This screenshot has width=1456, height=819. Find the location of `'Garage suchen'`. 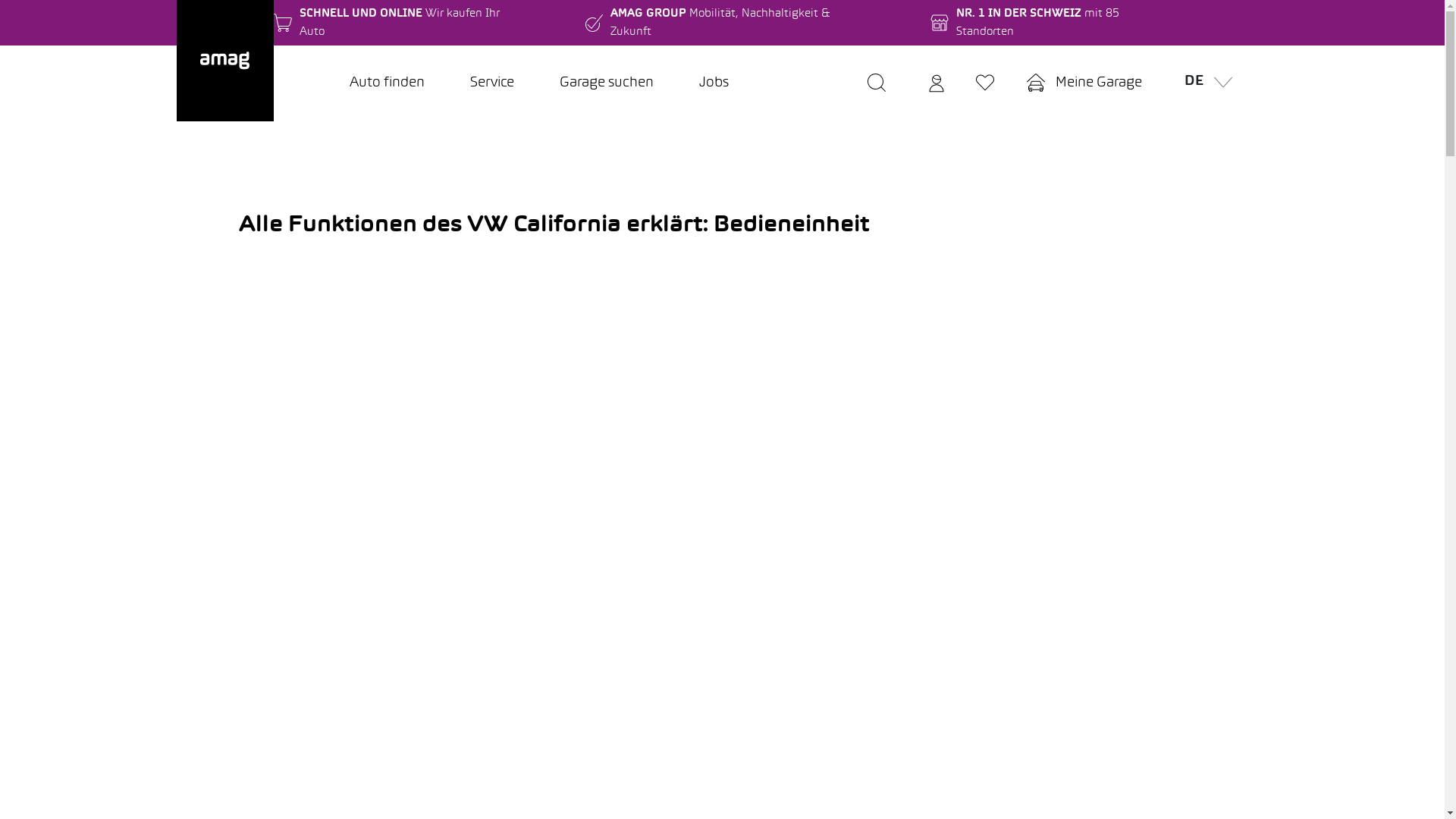

'Garage suchen' is located at coordinates (607, 83).